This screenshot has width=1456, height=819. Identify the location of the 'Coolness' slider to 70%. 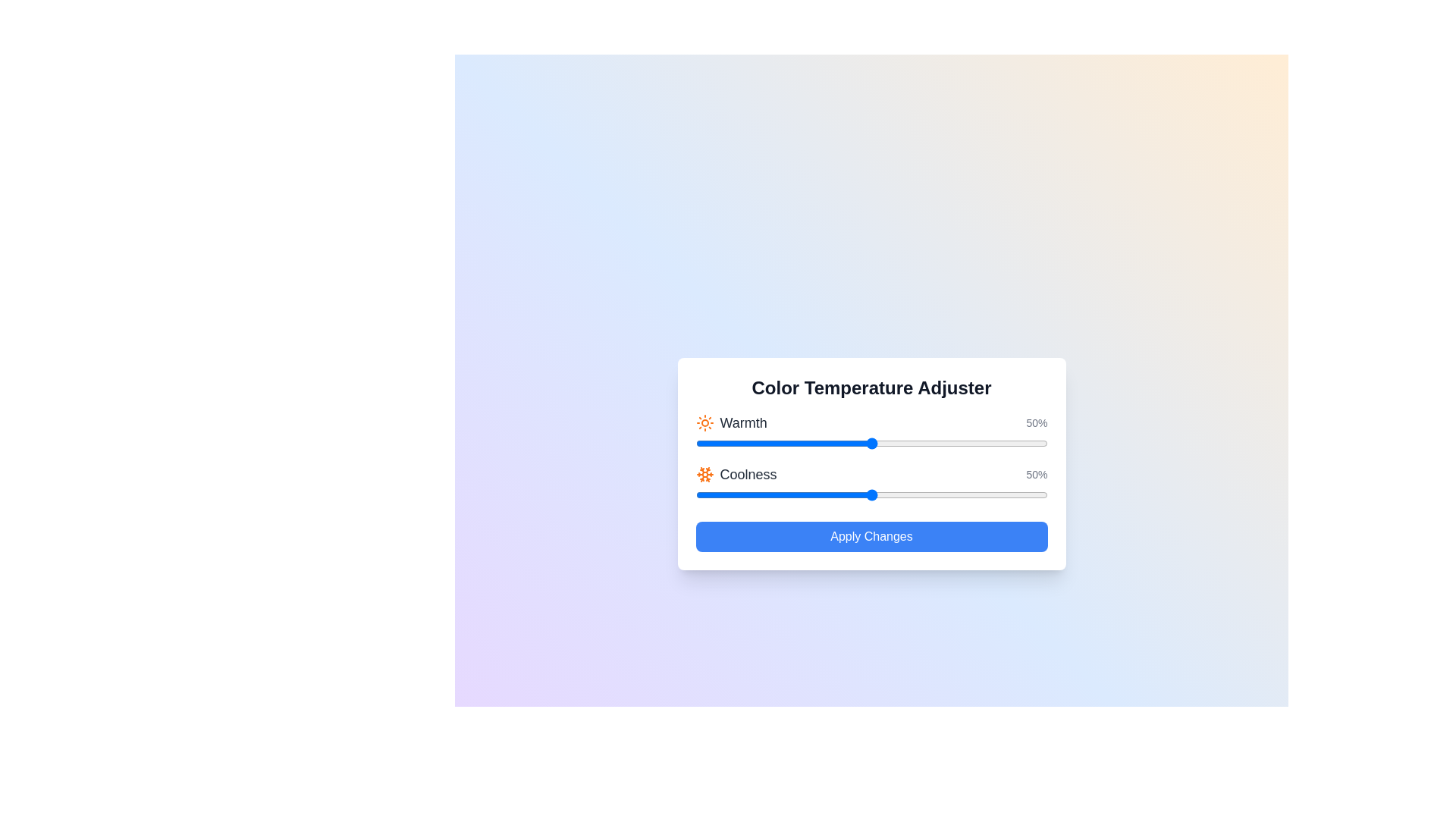
(941, 494).